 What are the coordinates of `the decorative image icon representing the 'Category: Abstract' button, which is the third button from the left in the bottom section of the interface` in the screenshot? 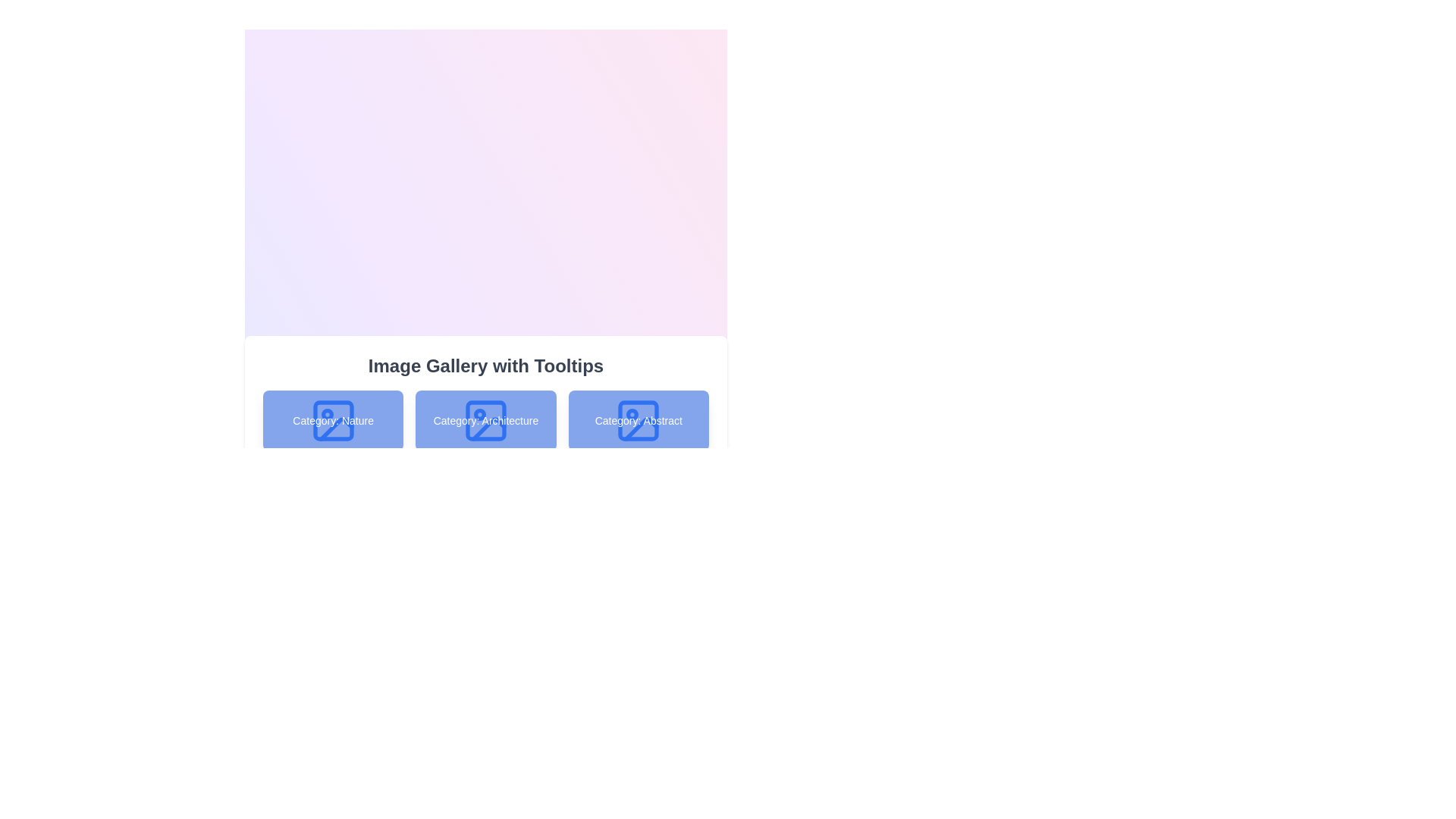 It's located at (639, 421).